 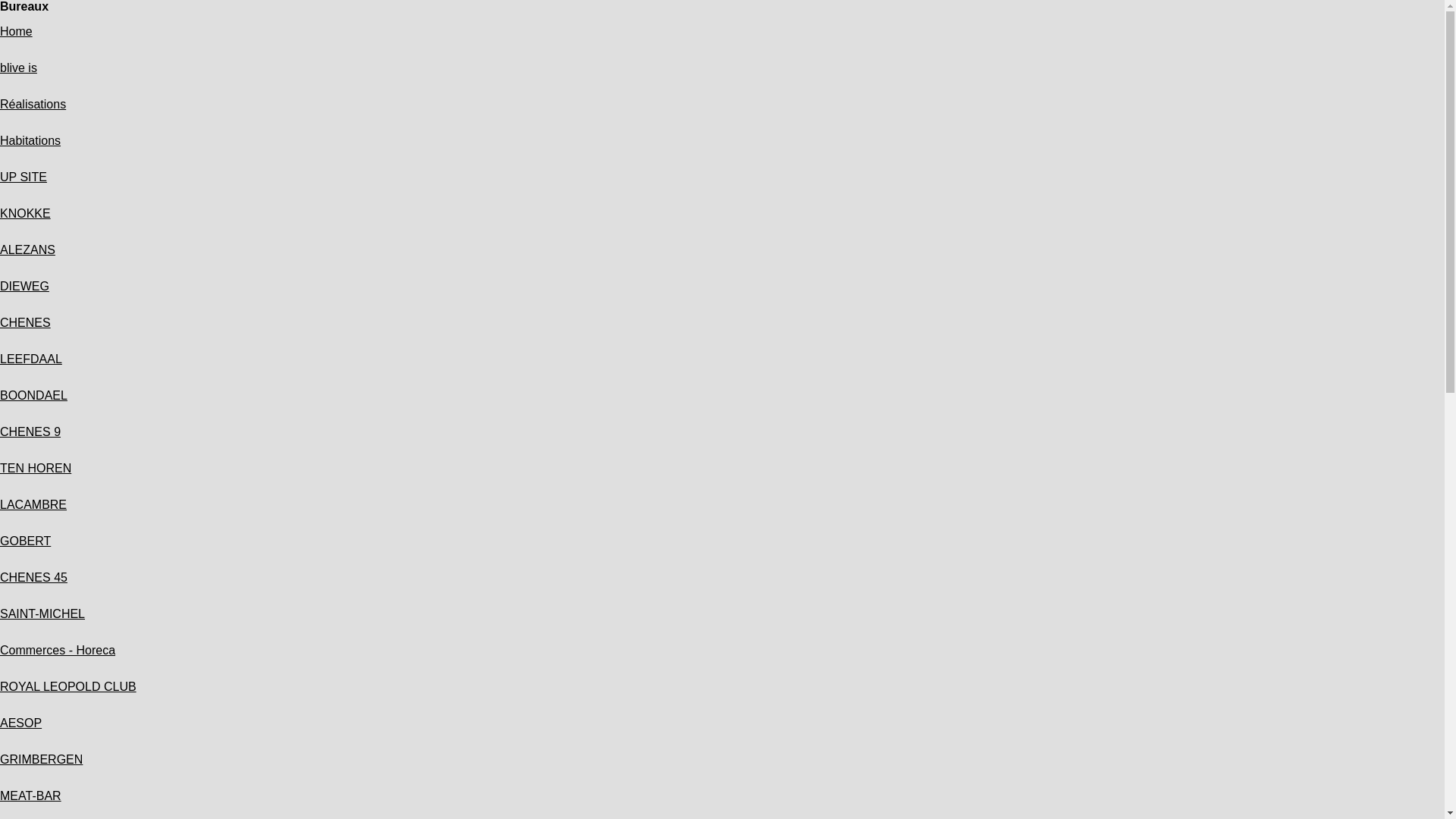 I want to click on 'UP SITE', so click(x=23, y=176).